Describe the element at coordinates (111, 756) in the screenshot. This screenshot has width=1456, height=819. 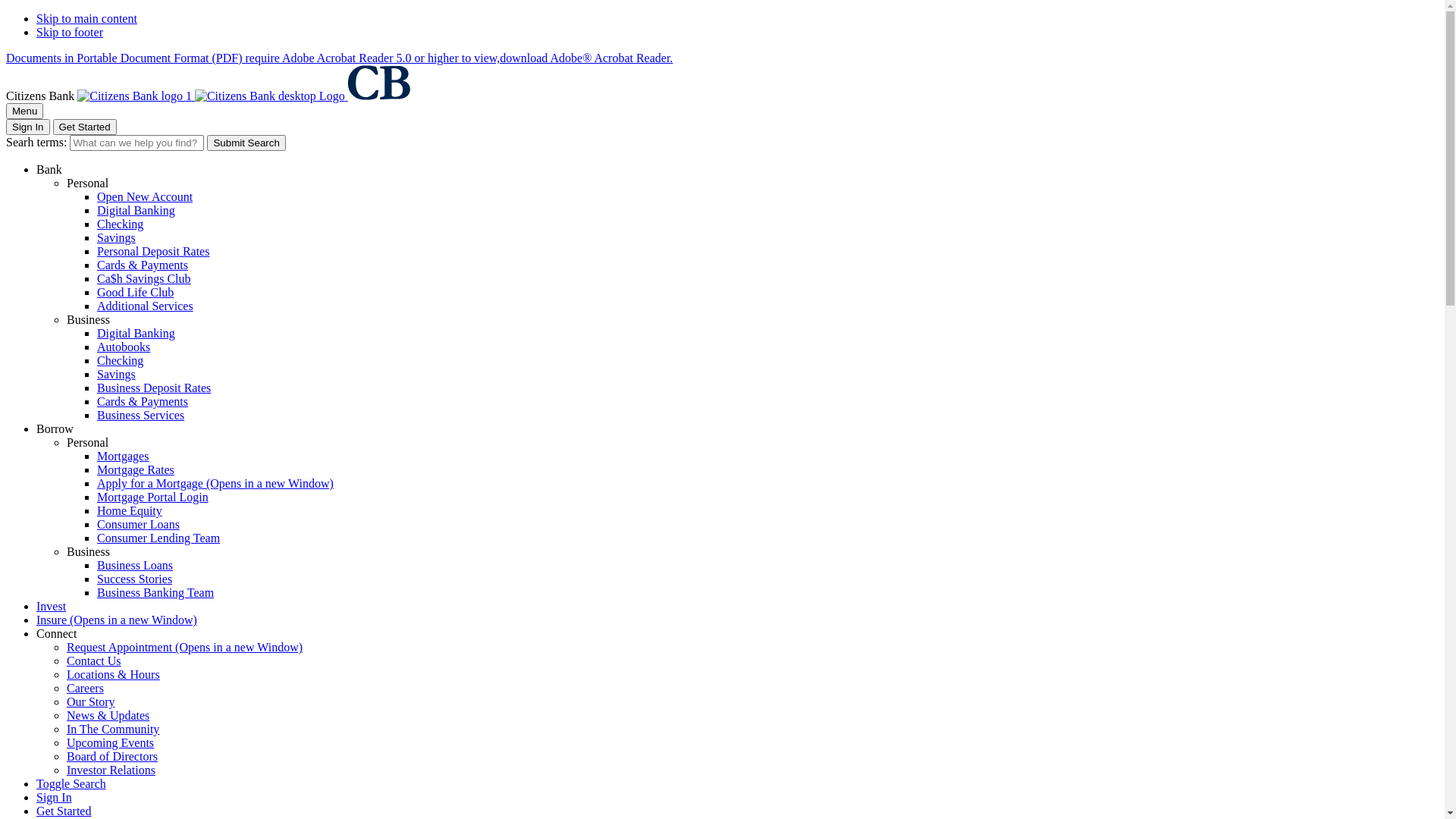
I see `'Board of Directors'` at that location.